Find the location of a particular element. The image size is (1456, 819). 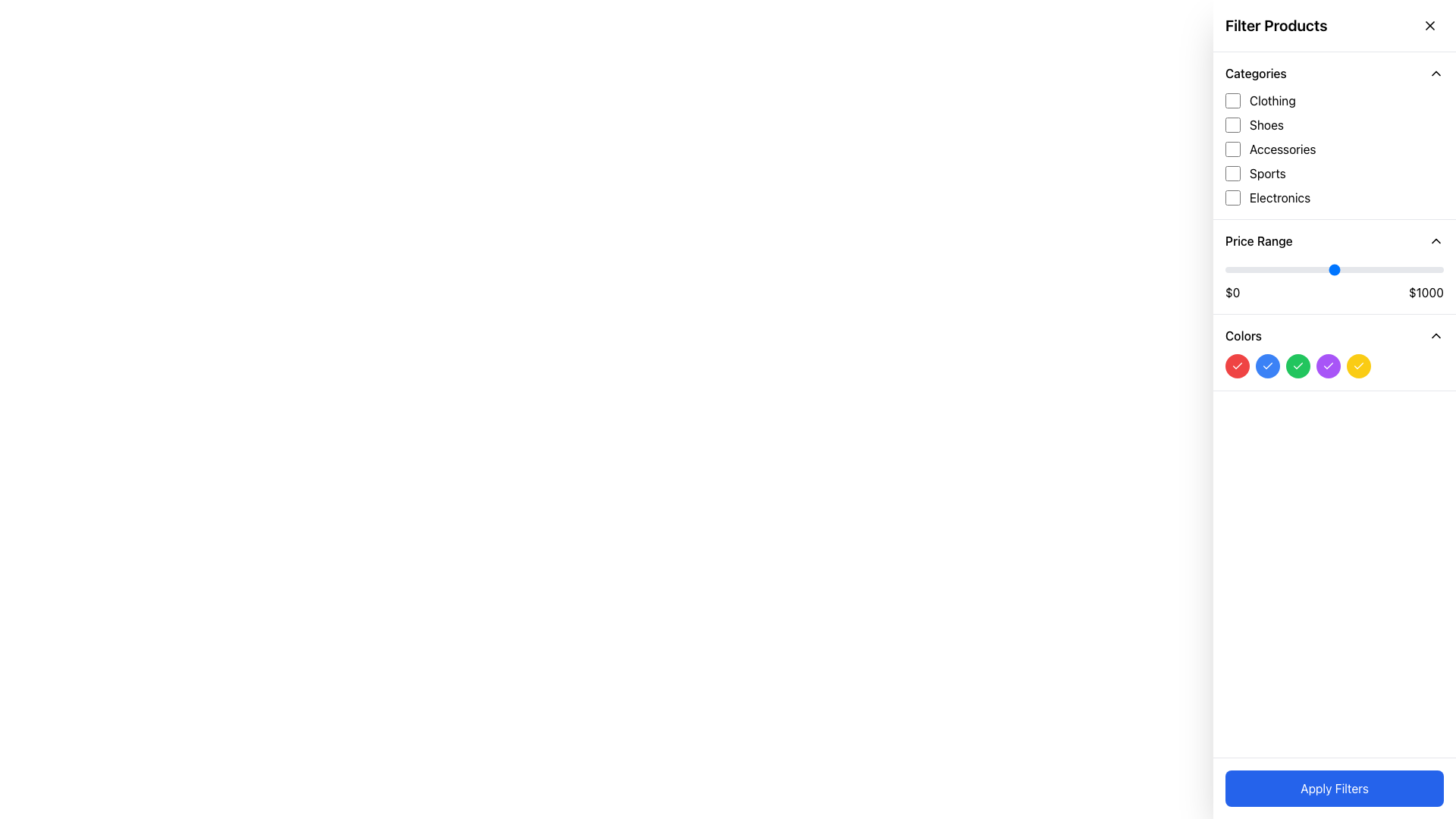

the collapse icon located to the right of the 'Price Range' label in the filter options section is located at coordinates (1436, 240).